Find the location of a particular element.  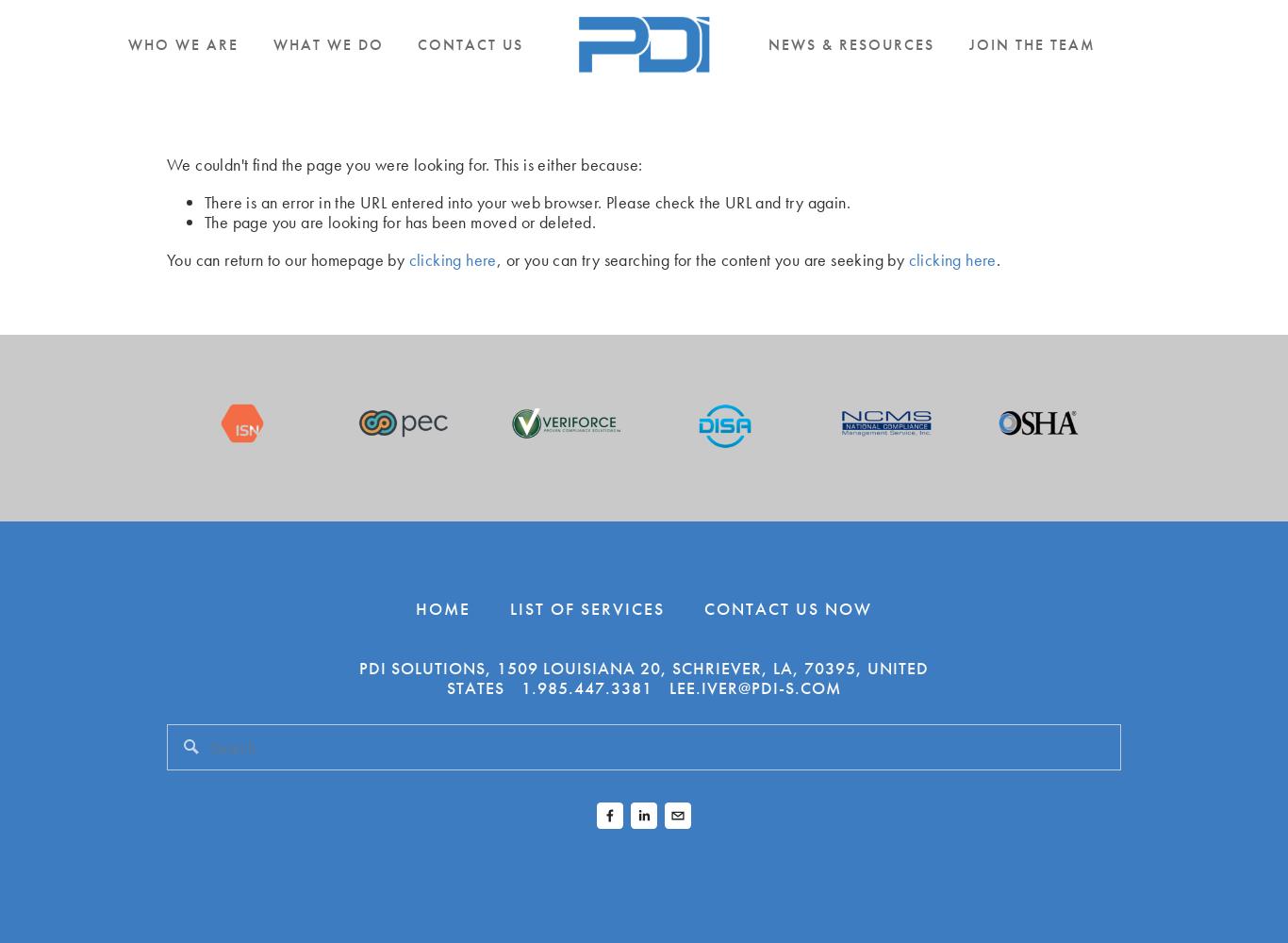

'Who We Are' is located at coordinates (182, 44).